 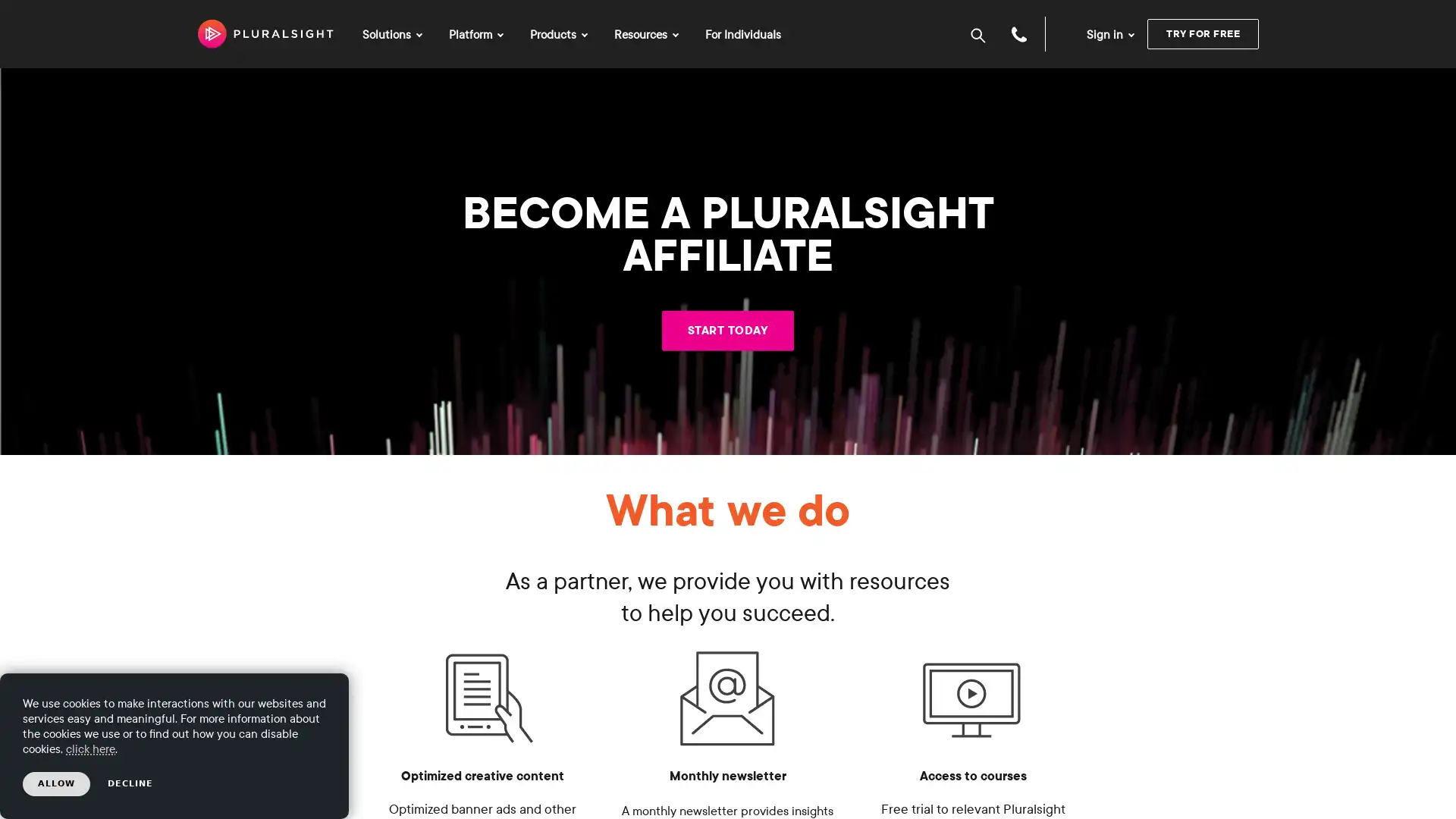 I want to click on DECLINE, so click(x=130, y=783).